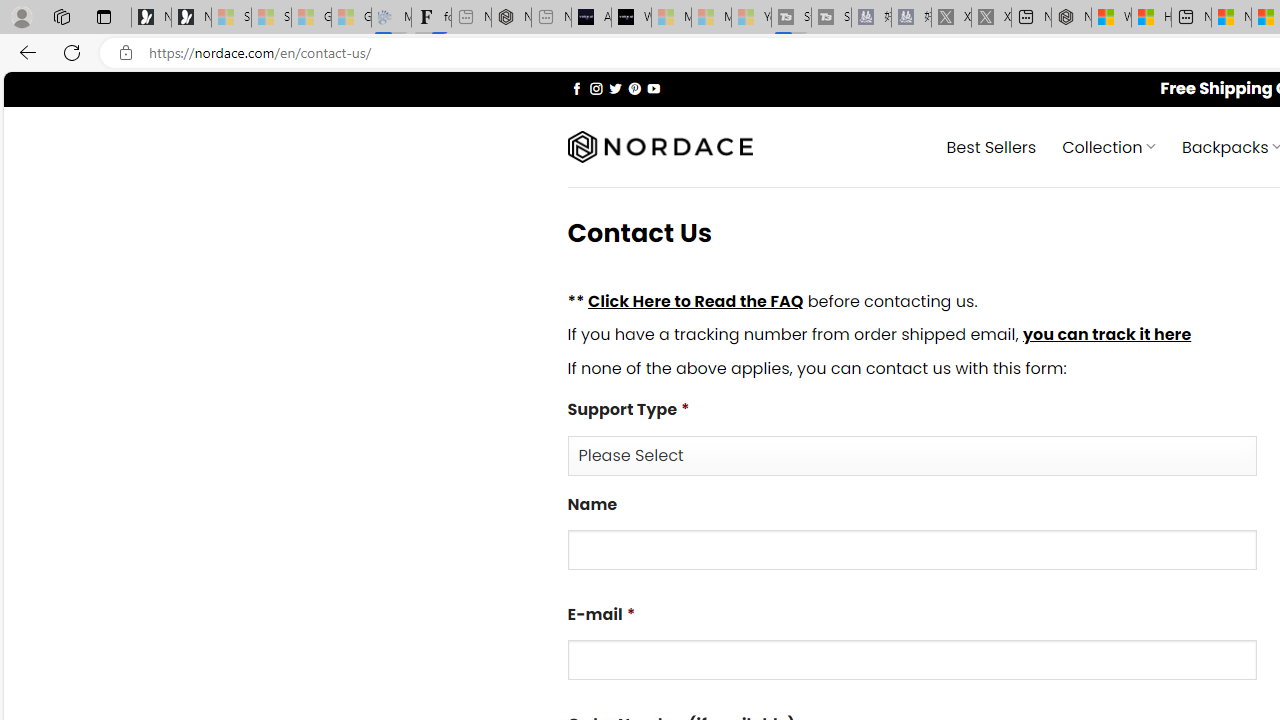  What do you see at coordinates (911, 550) in the screenshot?
I see `'Name'` at bounding box center [911, 550].